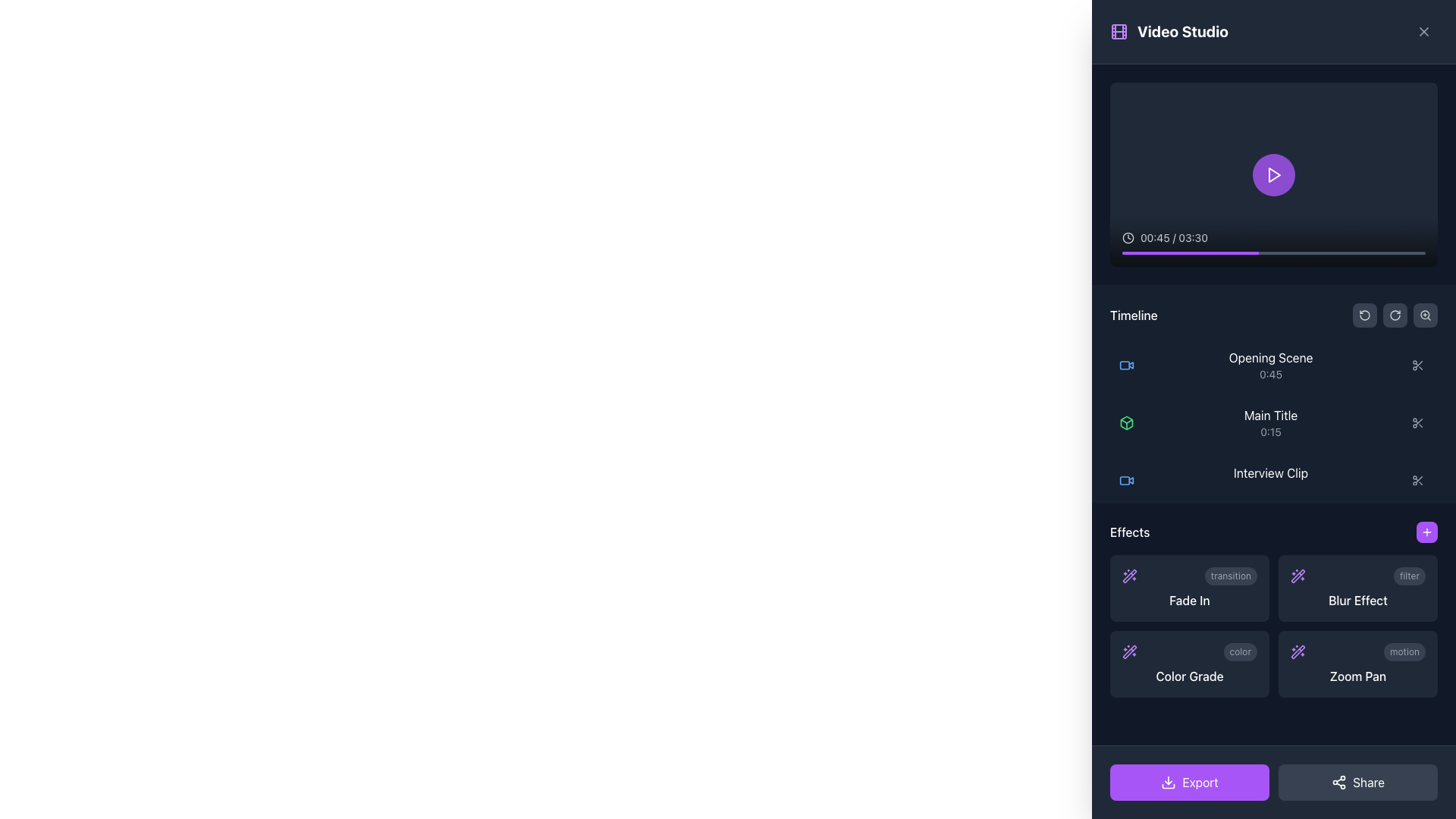 The width and height of the screenshot is (1456, 819). Describe the element at coordinates (1365, 315) in the screenshot. I see `the circular arrow icon located in the top-right corner of the 'Timeline' section` at that location.